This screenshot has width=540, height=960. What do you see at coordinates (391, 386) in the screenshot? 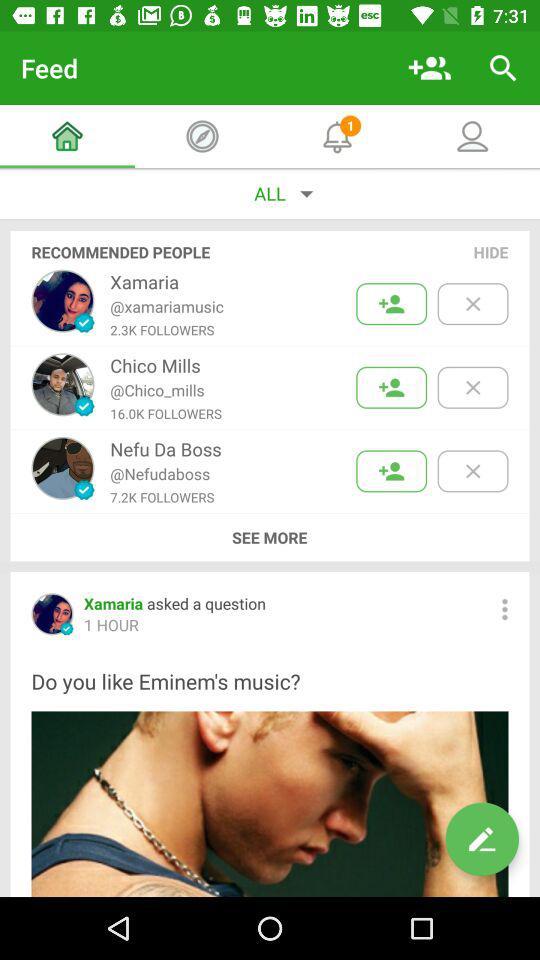
I see `friend` at bounding box center [391, 386].